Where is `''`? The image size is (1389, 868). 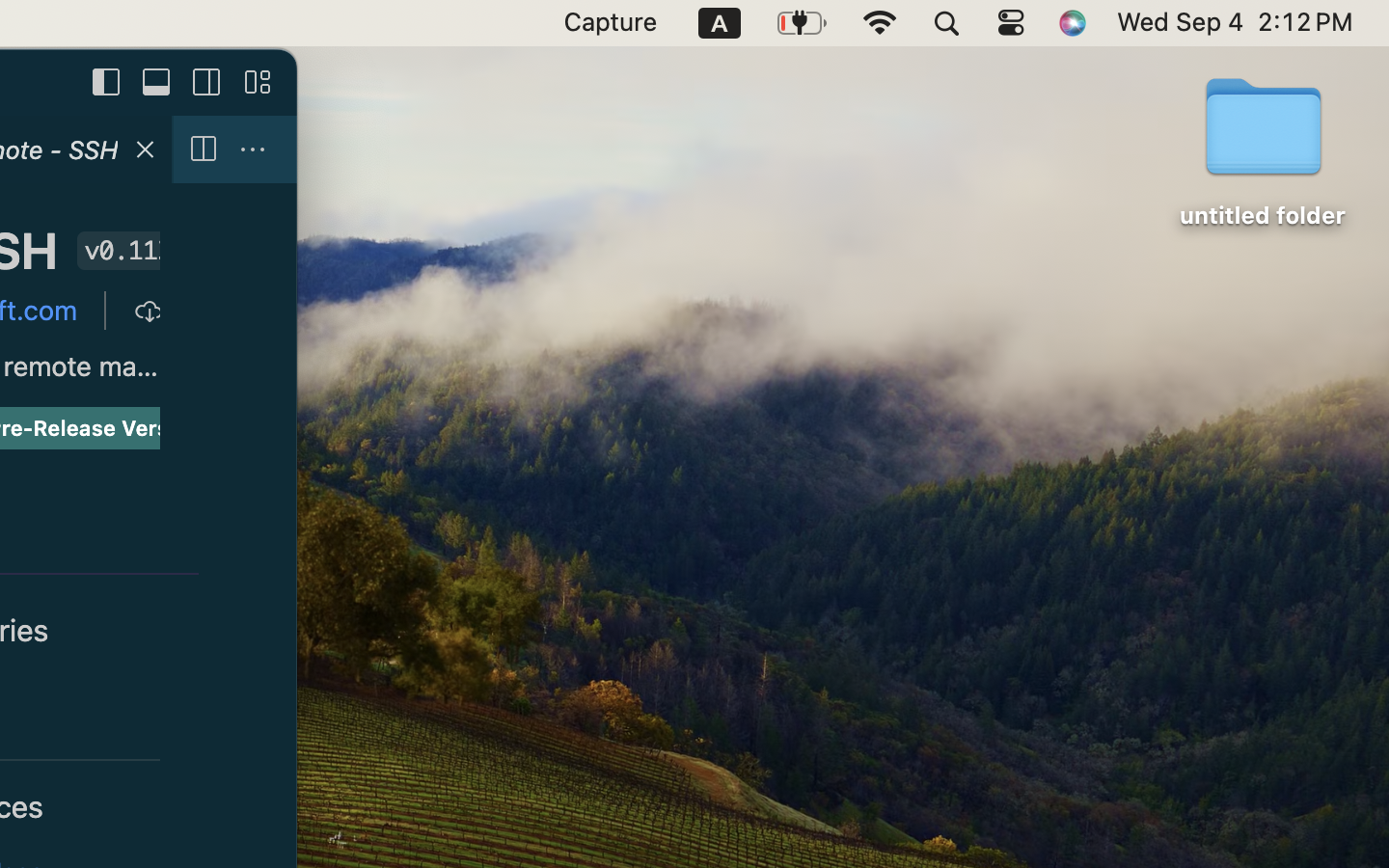
'' is located at coordinates (156, 82).